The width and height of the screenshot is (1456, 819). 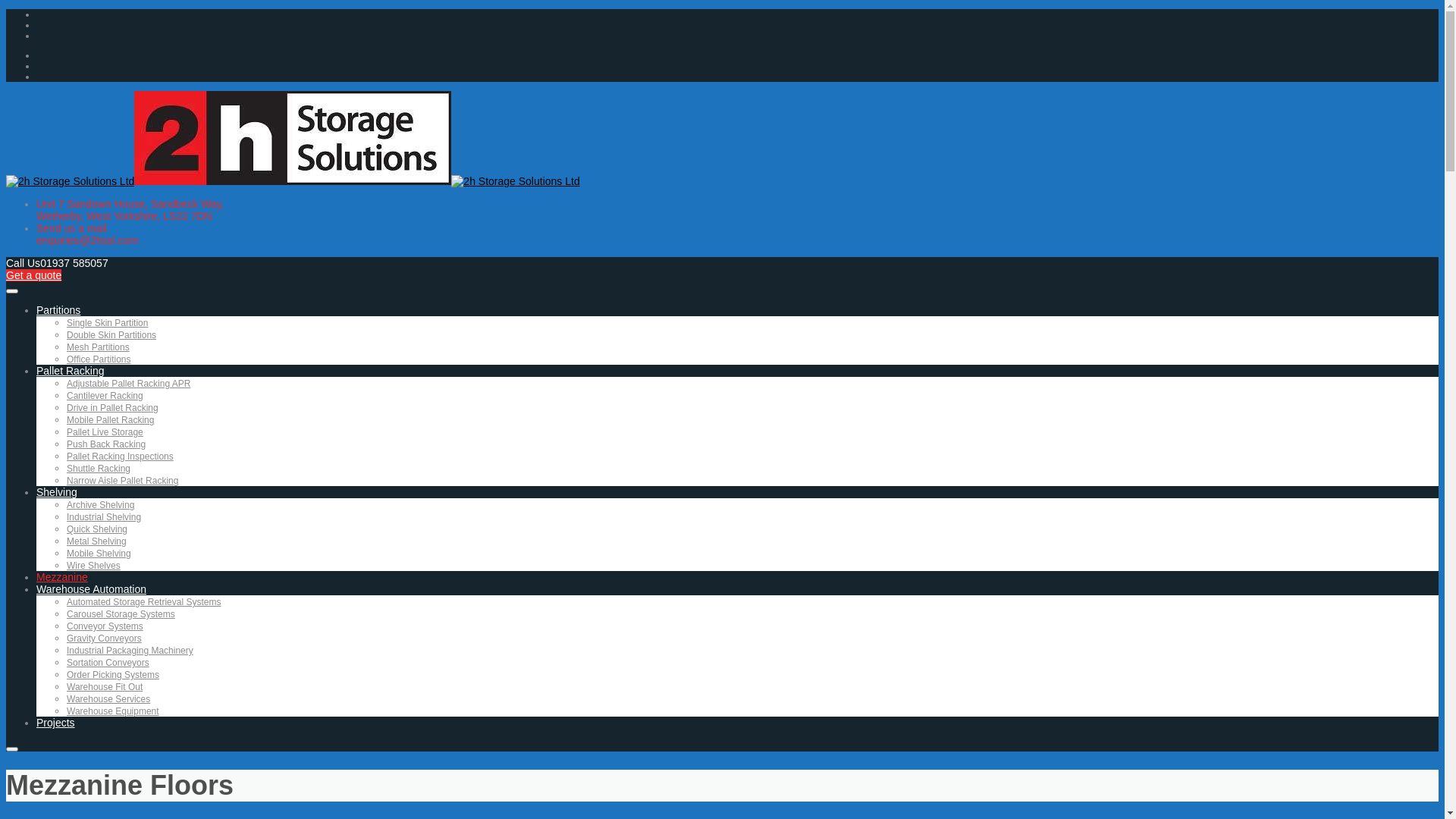 I want to click on 'Archive Shelving', so click(x=99, y=505).